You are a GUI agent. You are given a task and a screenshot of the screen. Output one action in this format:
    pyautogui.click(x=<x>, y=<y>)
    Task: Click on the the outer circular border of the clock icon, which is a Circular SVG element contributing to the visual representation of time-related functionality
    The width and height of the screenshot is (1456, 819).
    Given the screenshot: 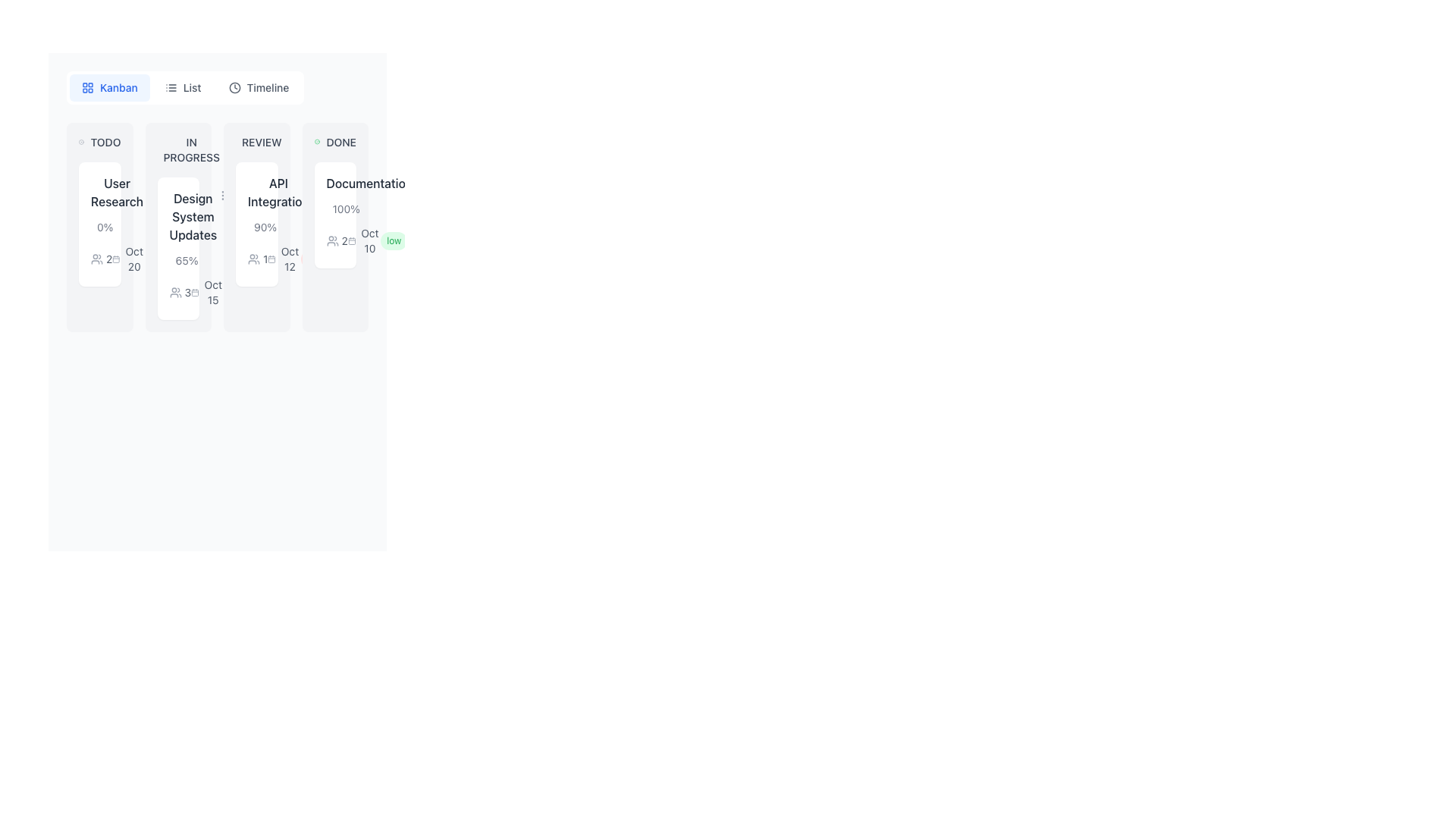 What is the action you would take?
    pyautogui.click(x=234, y=87)
    